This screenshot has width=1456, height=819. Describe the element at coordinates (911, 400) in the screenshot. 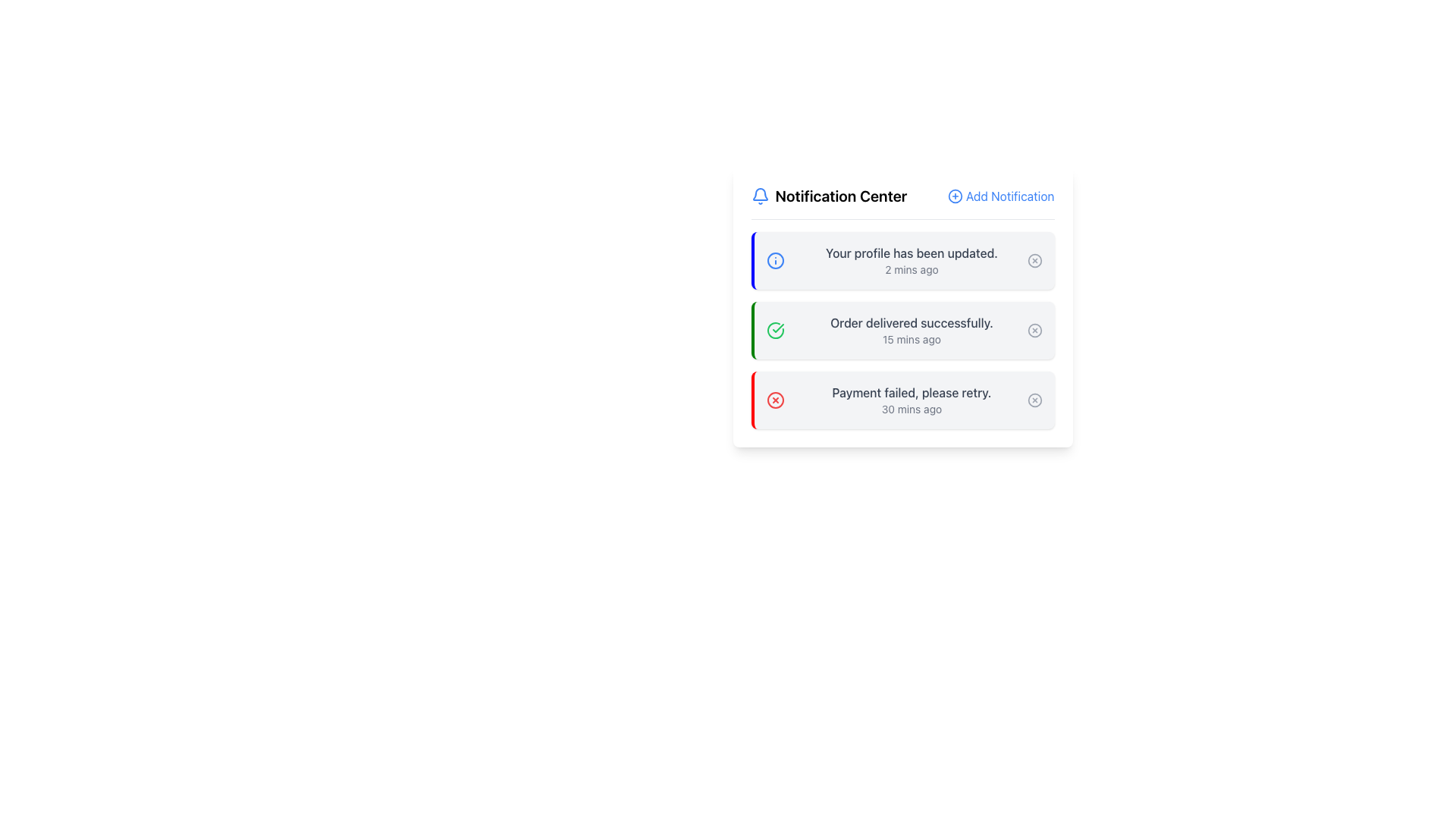

I see `textual notification message that says 'Payment failed, please retry.' with the timestamp '30 mins ago', located in the last notification card under 'Notification Center'` at that location.